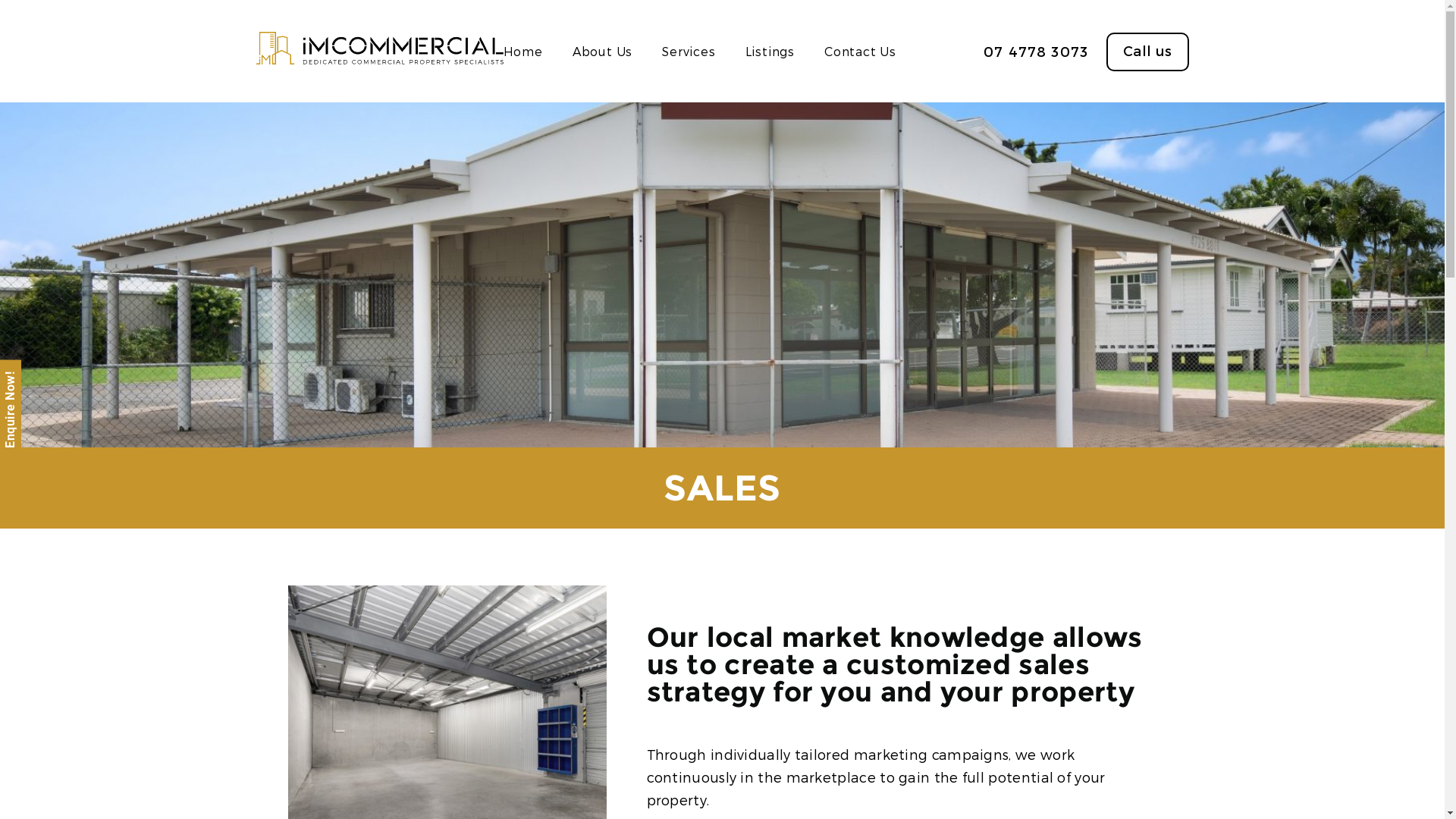 Image resolution: width=1456 pixels, height=819 pixels. What do you see at coordinates (823, 50) in the screenshot?
I see `'Contact Us'` at bounding box center [823, 50].